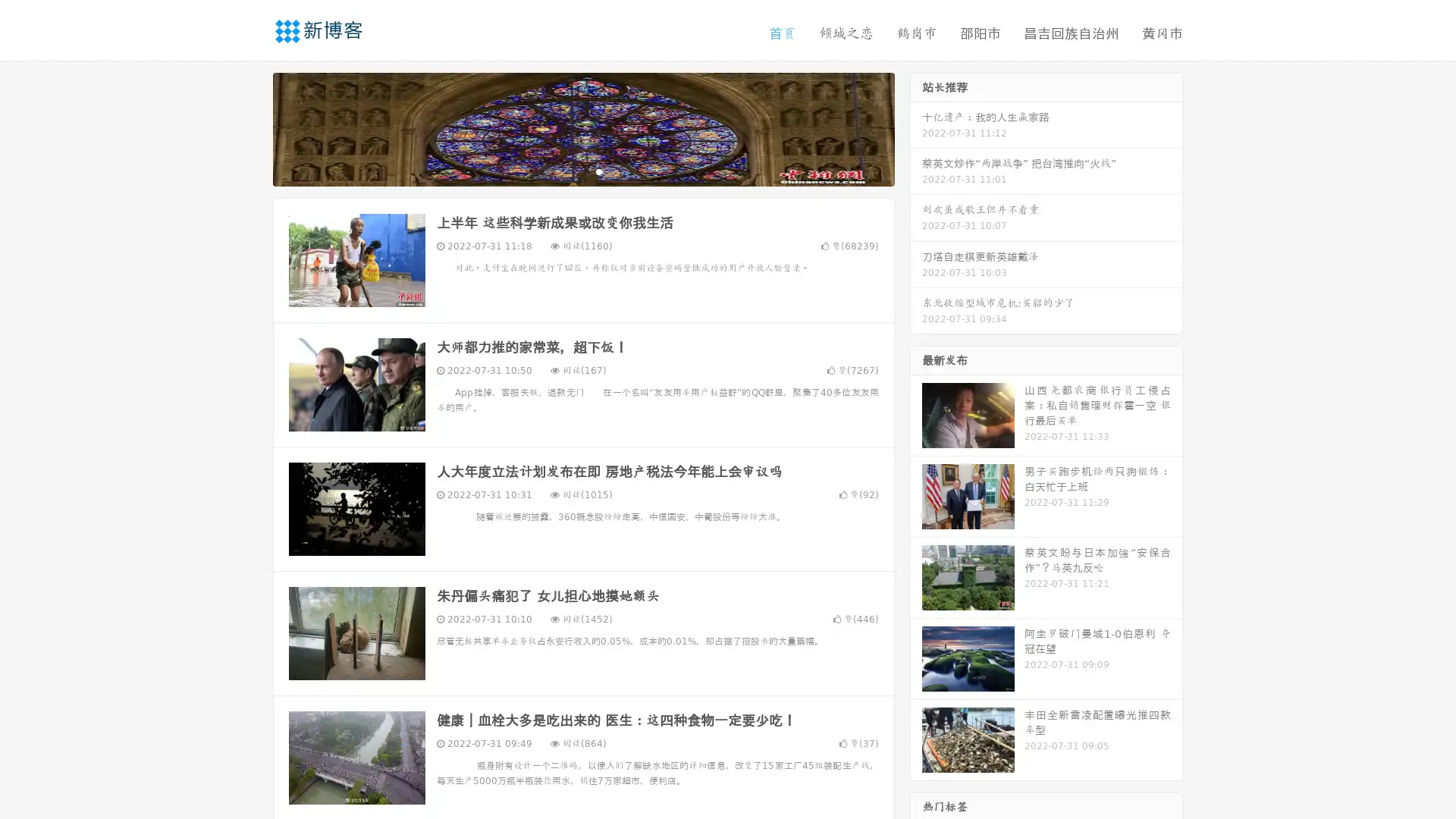  Describe the element at coordinates (598, 171) in the screenshot. I see `Go to slide 3` at that location.